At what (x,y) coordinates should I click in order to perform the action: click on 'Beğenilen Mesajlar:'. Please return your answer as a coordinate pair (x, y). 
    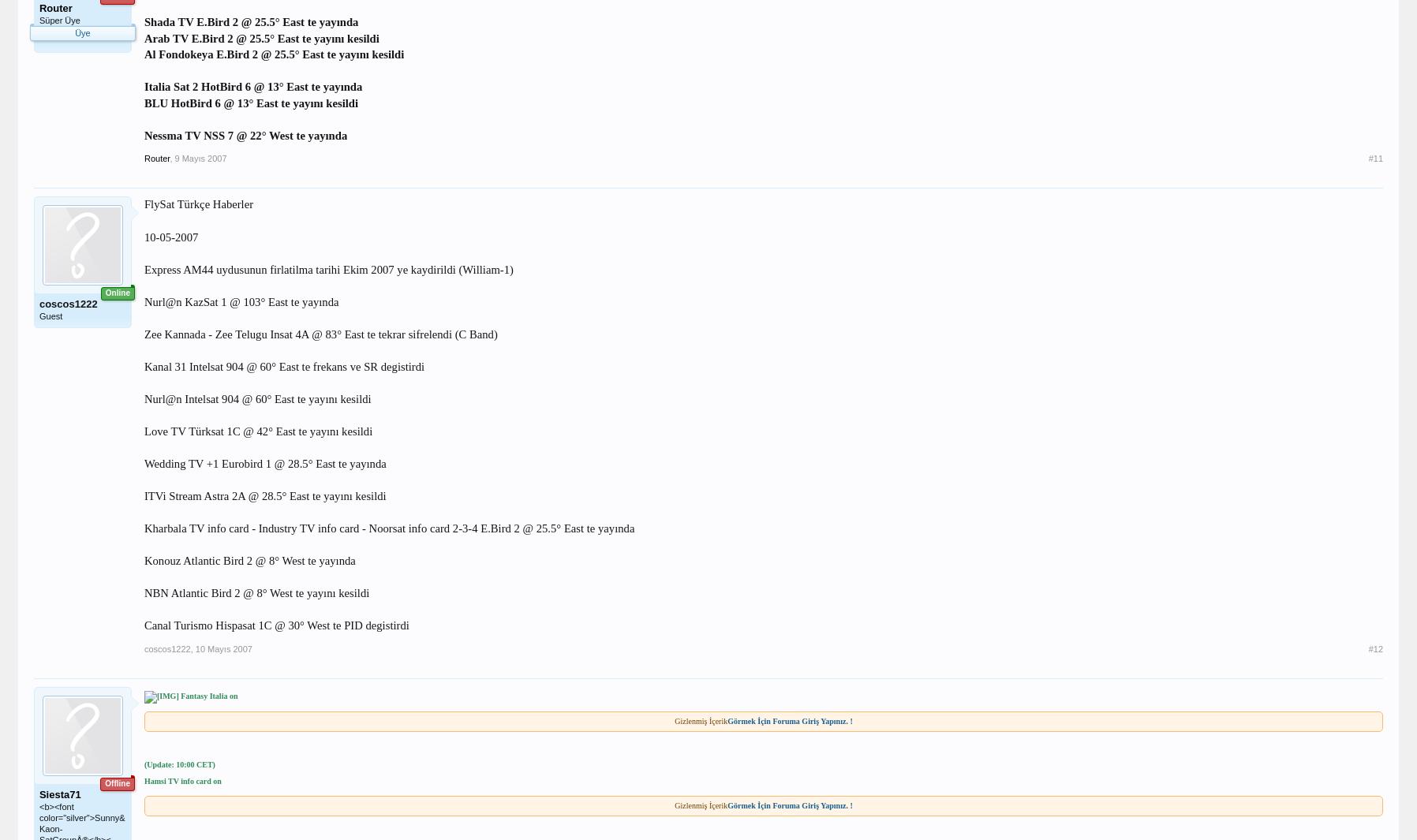
    Looking at the image, I should click on (73, 81).